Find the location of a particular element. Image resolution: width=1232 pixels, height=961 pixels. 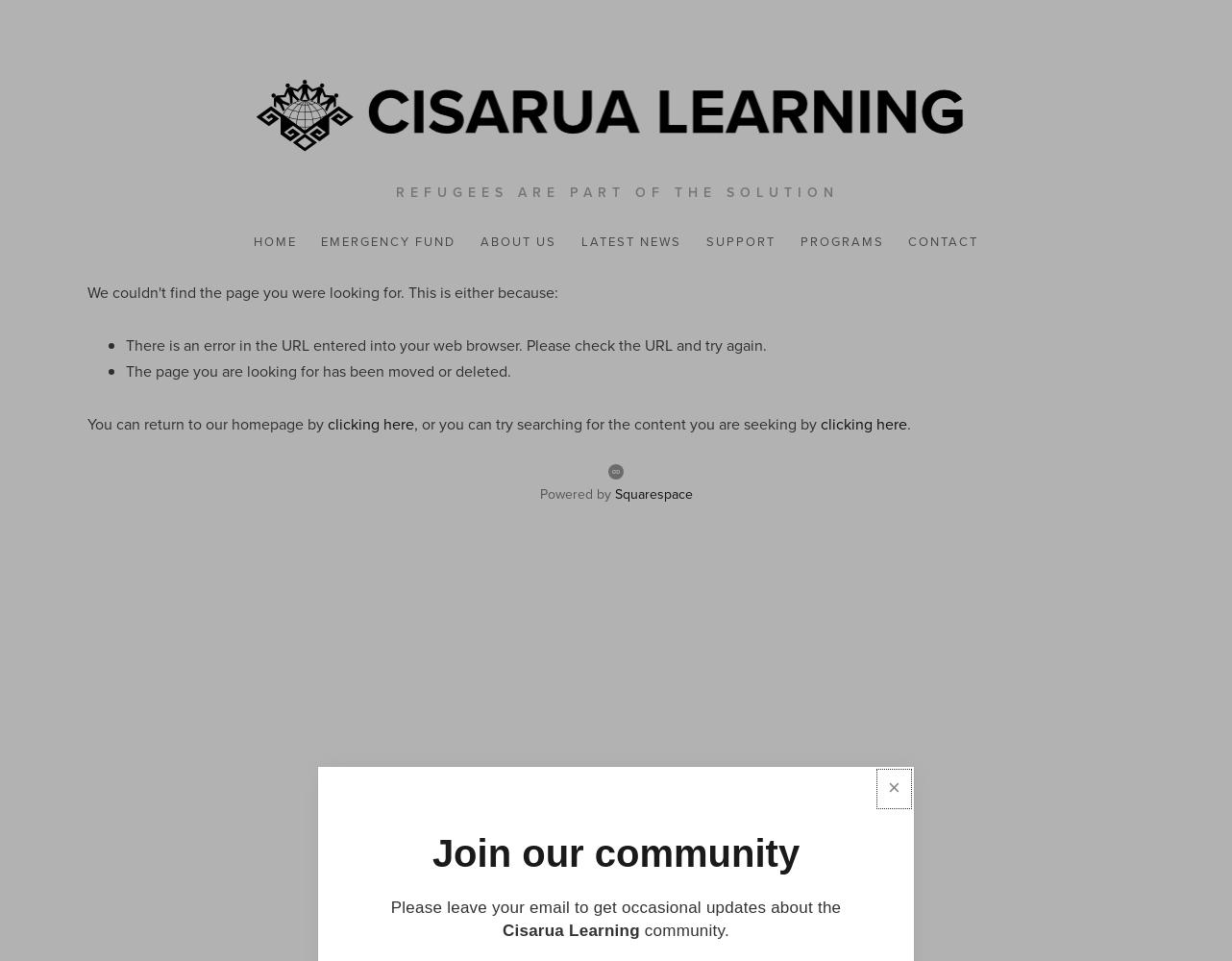

'Programs' is located at coordinates (841, 241).